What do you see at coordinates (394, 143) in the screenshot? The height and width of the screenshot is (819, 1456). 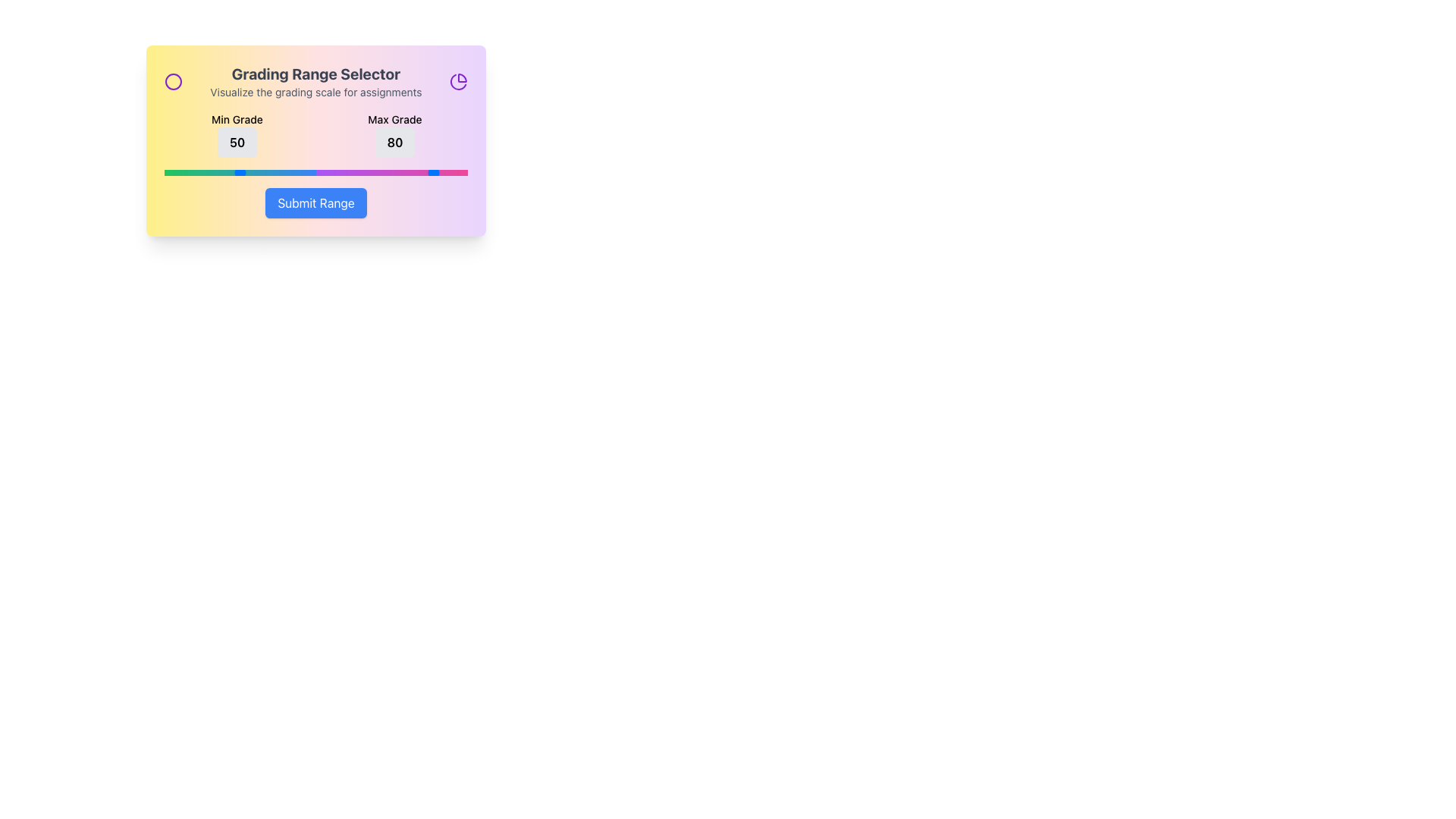 I see `the Static Display Text badge displaying '80', which is located below the 'Max Grade' text in the upper-right portion of the card-like interface` at bounding box center [394, 143].